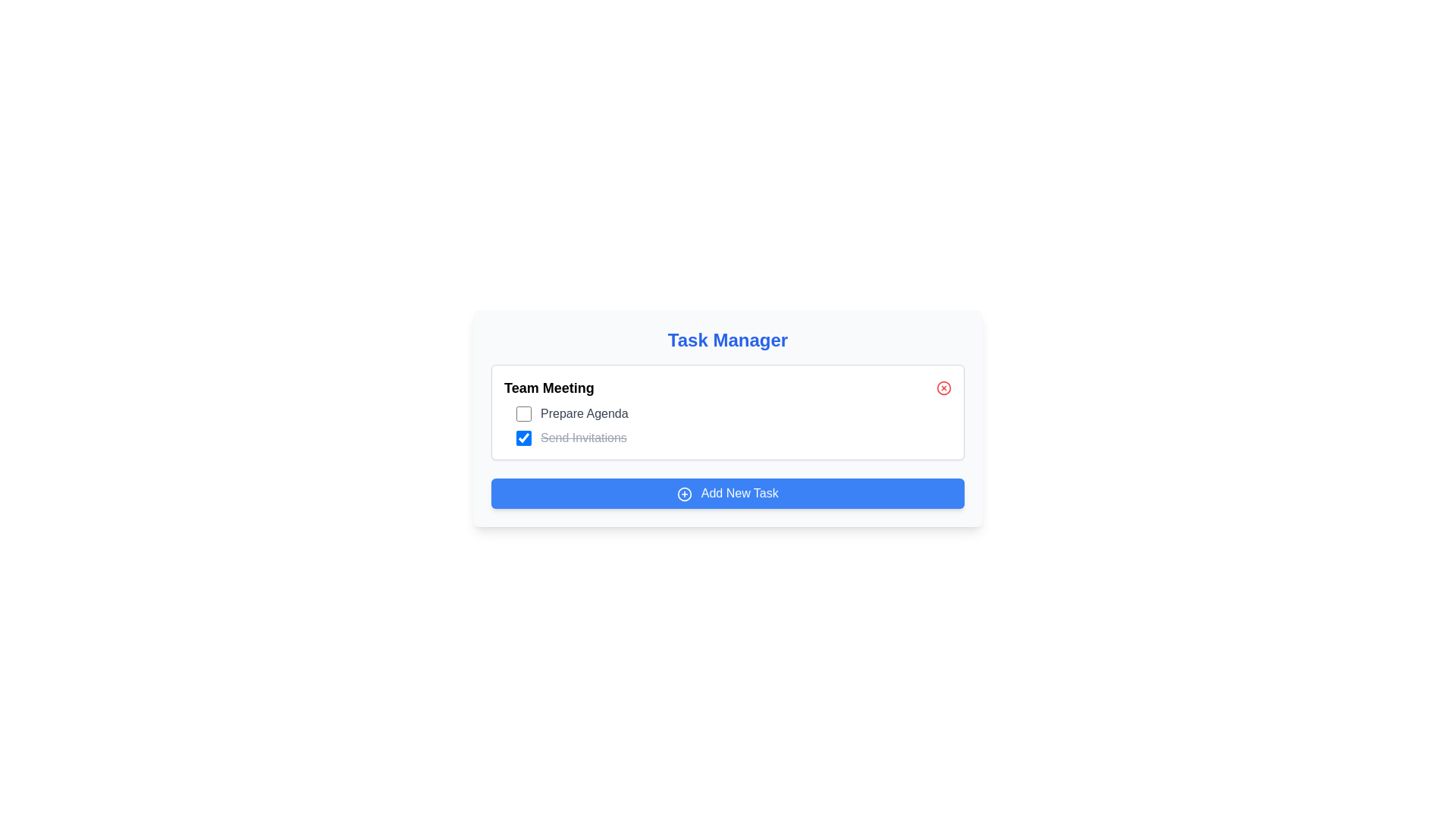 Image resolution: width=1456 pixels, height=819 pixels. Describe the element at coordinates (548, 388) in the screenshot. I see `the Text label indicating 'Team Meeting' in the task management interface, which serves as a header or title for the task` at that location.